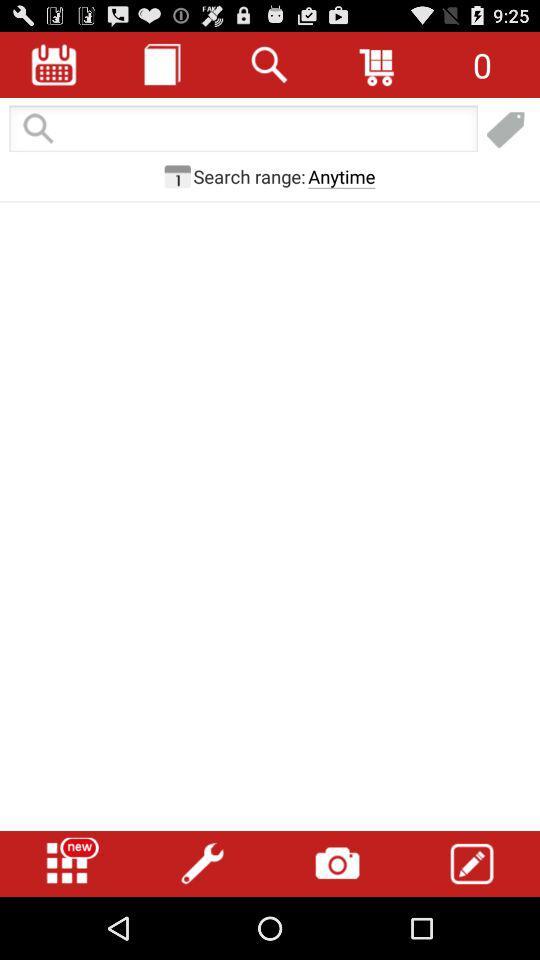 The width and height of the screenshot is (540, 960). What do you see at coordinates (249, 175) in the screenshot?
I see `search range: icon` at bounding box center [249, 175].